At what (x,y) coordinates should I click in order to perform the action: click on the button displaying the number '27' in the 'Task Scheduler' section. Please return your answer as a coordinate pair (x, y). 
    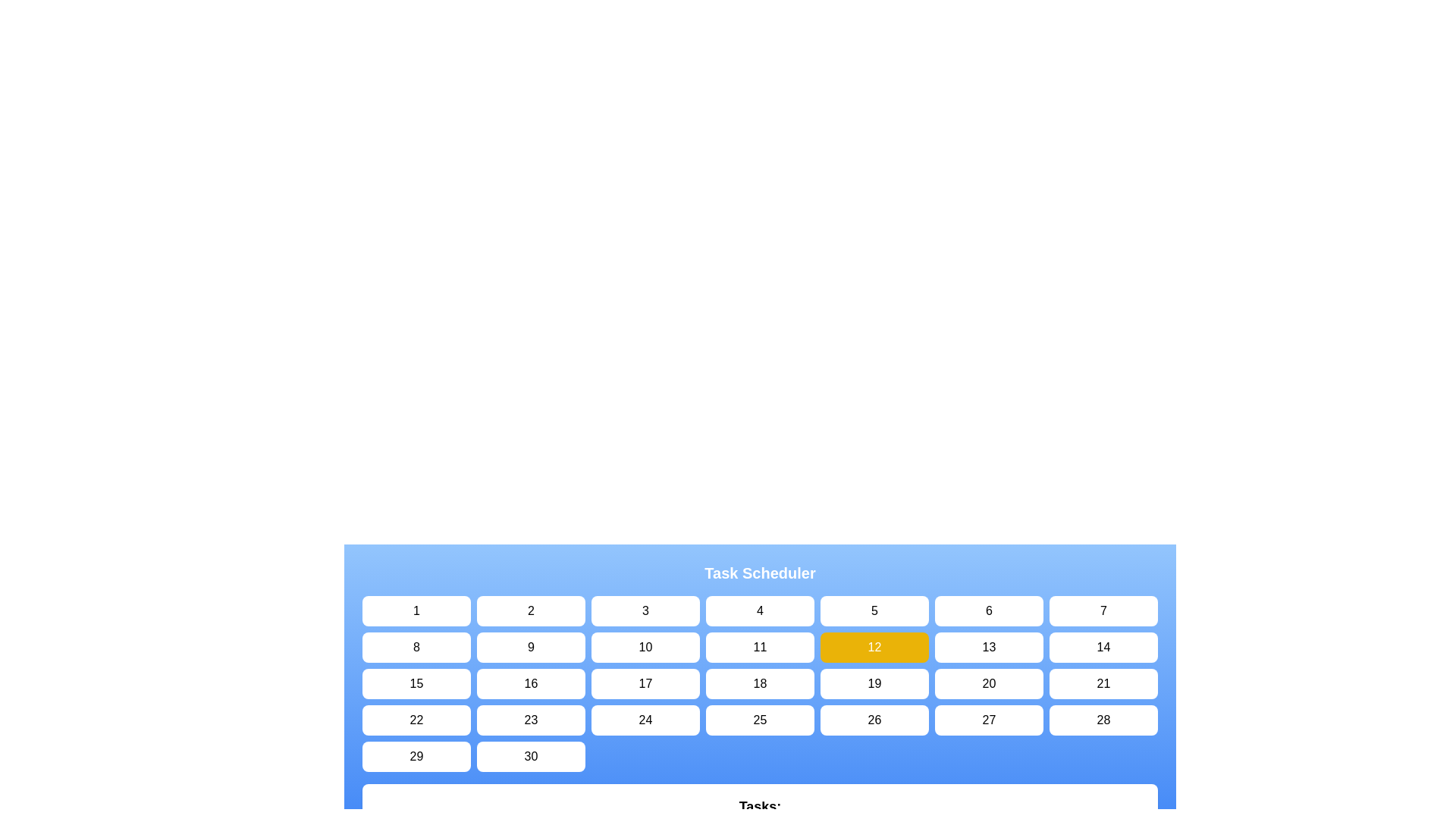
    Looking at the image, I should click on (989, 719).